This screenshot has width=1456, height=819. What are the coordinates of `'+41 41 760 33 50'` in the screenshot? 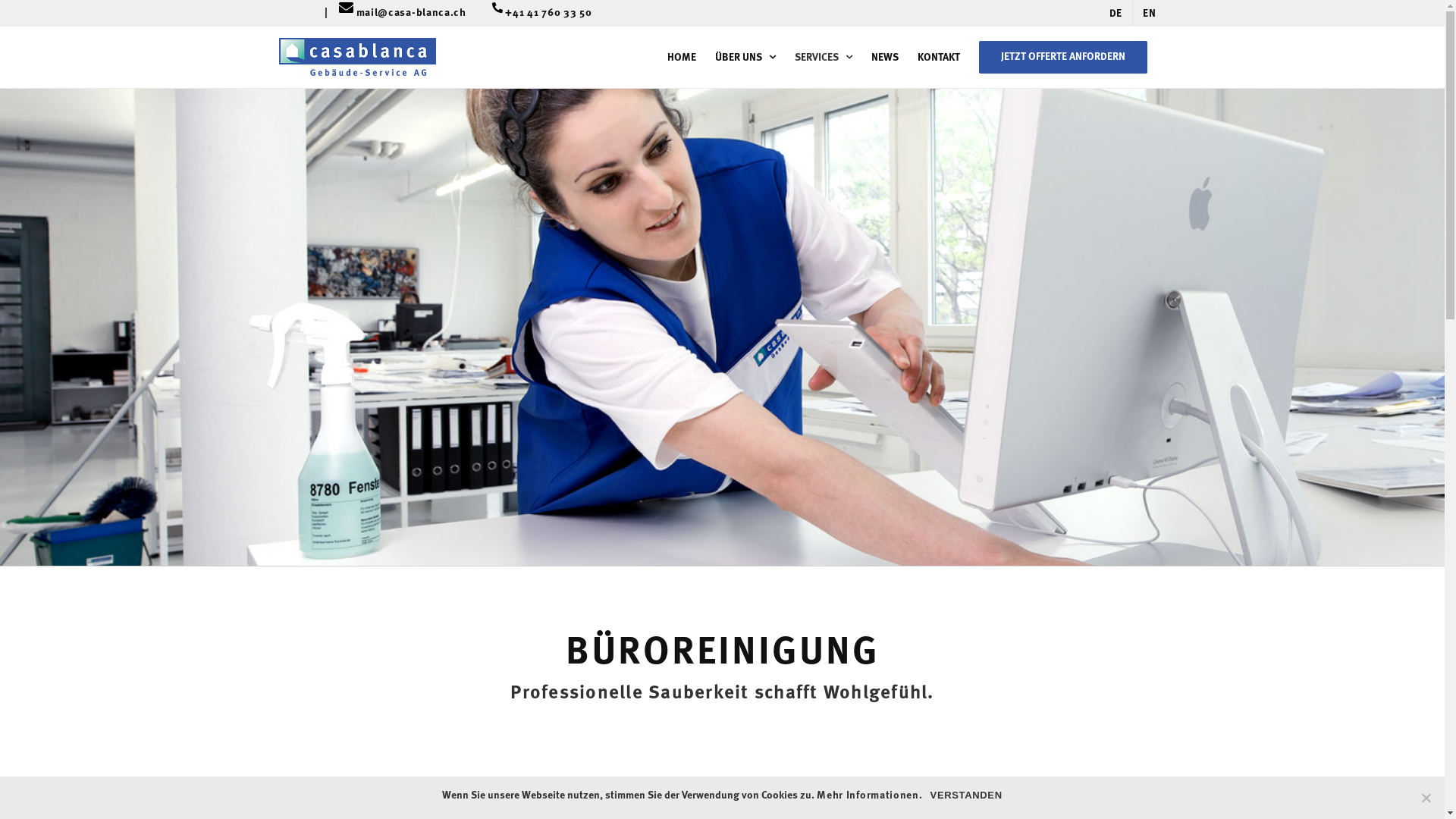 It's located at (548, 13).